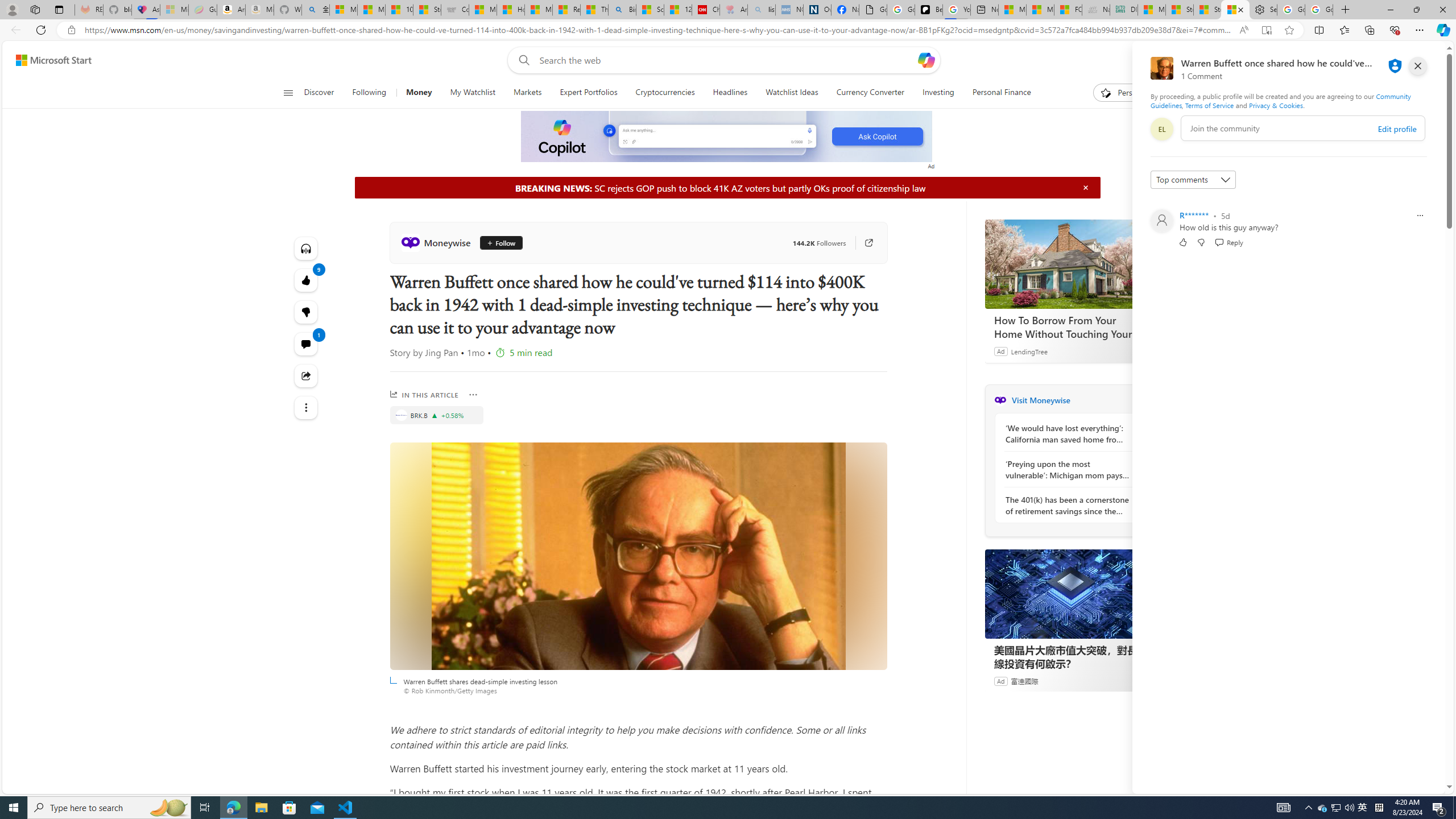  What do you see at coordinates (1275, 105) in the screenshot?
I see `'Privacy & Cookies'` at bounding box center [1275, 105].